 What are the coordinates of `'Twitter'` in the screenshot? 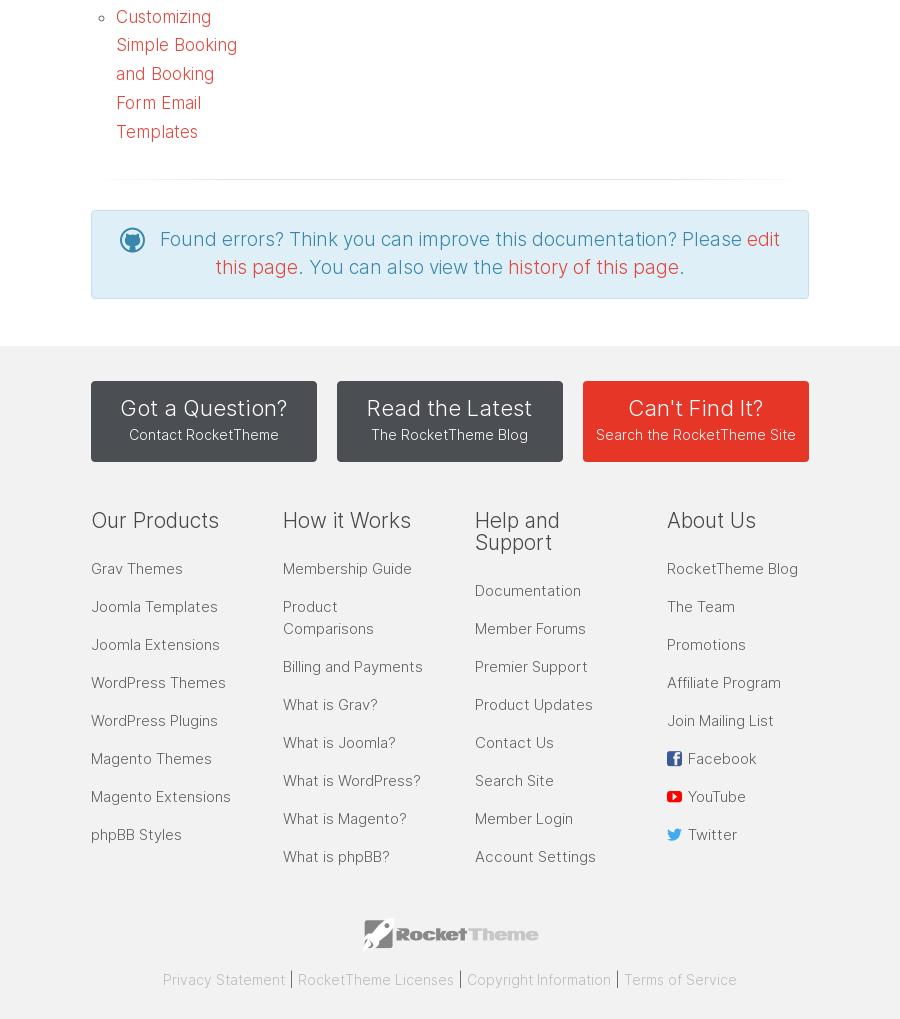 It's located at (709, 833).